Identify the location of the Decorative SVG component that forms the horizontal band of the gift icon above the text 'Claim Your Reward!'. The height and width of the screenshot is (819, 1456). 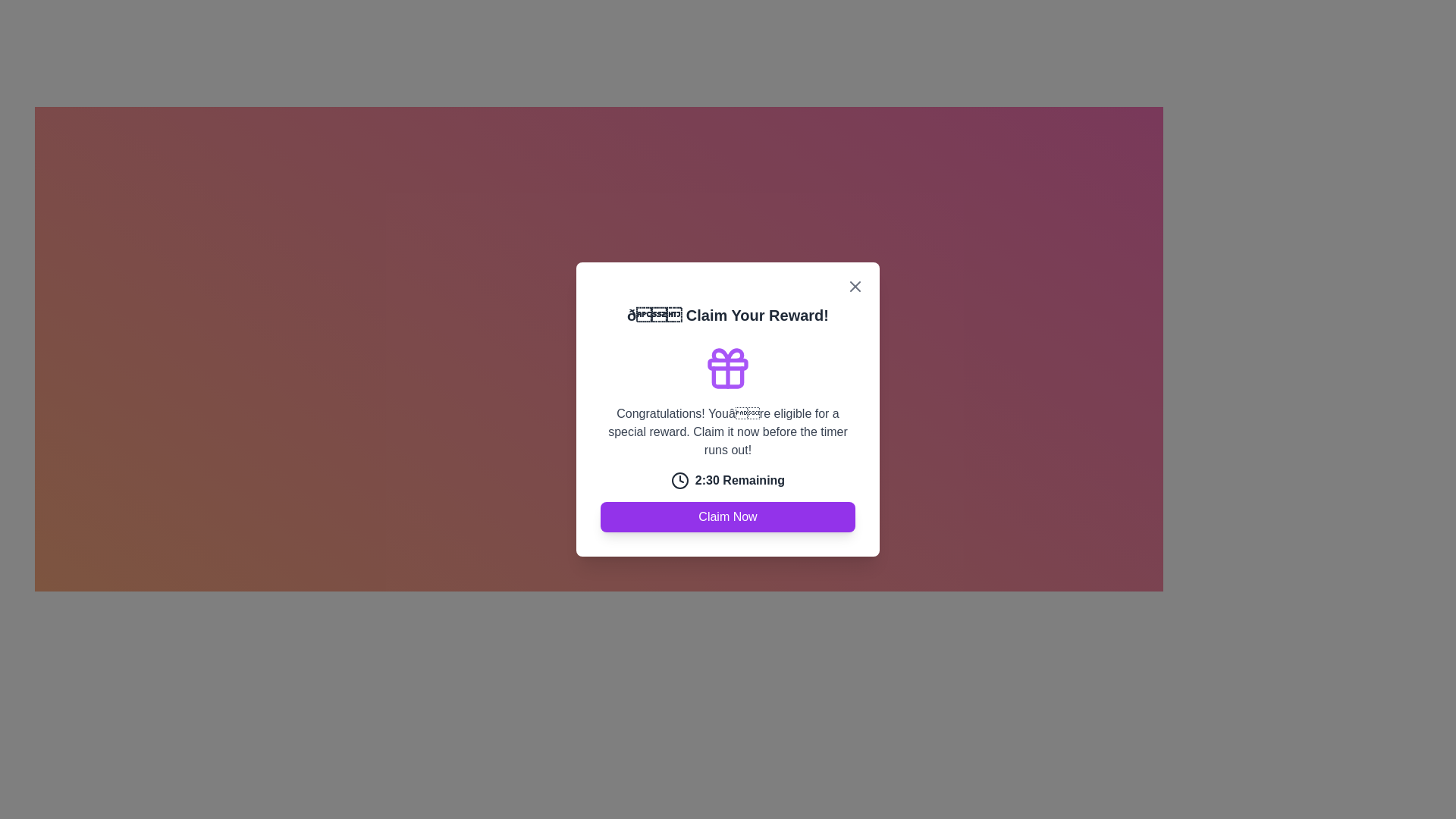
(728, 363).